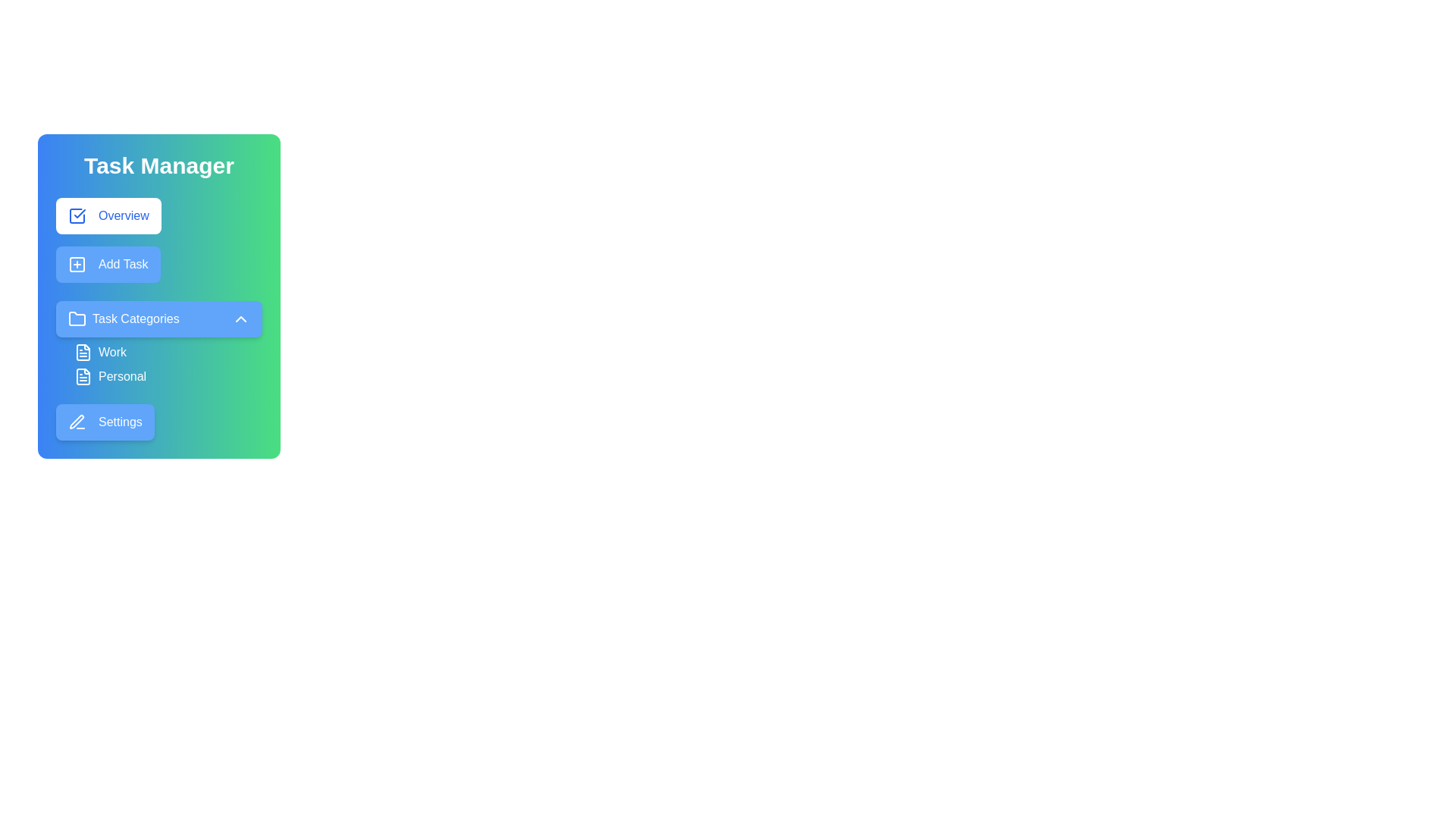  I want to click on text content of the 'Overview' label in the sidebar menu below the 'Task Manager' header, so click(124, 216).